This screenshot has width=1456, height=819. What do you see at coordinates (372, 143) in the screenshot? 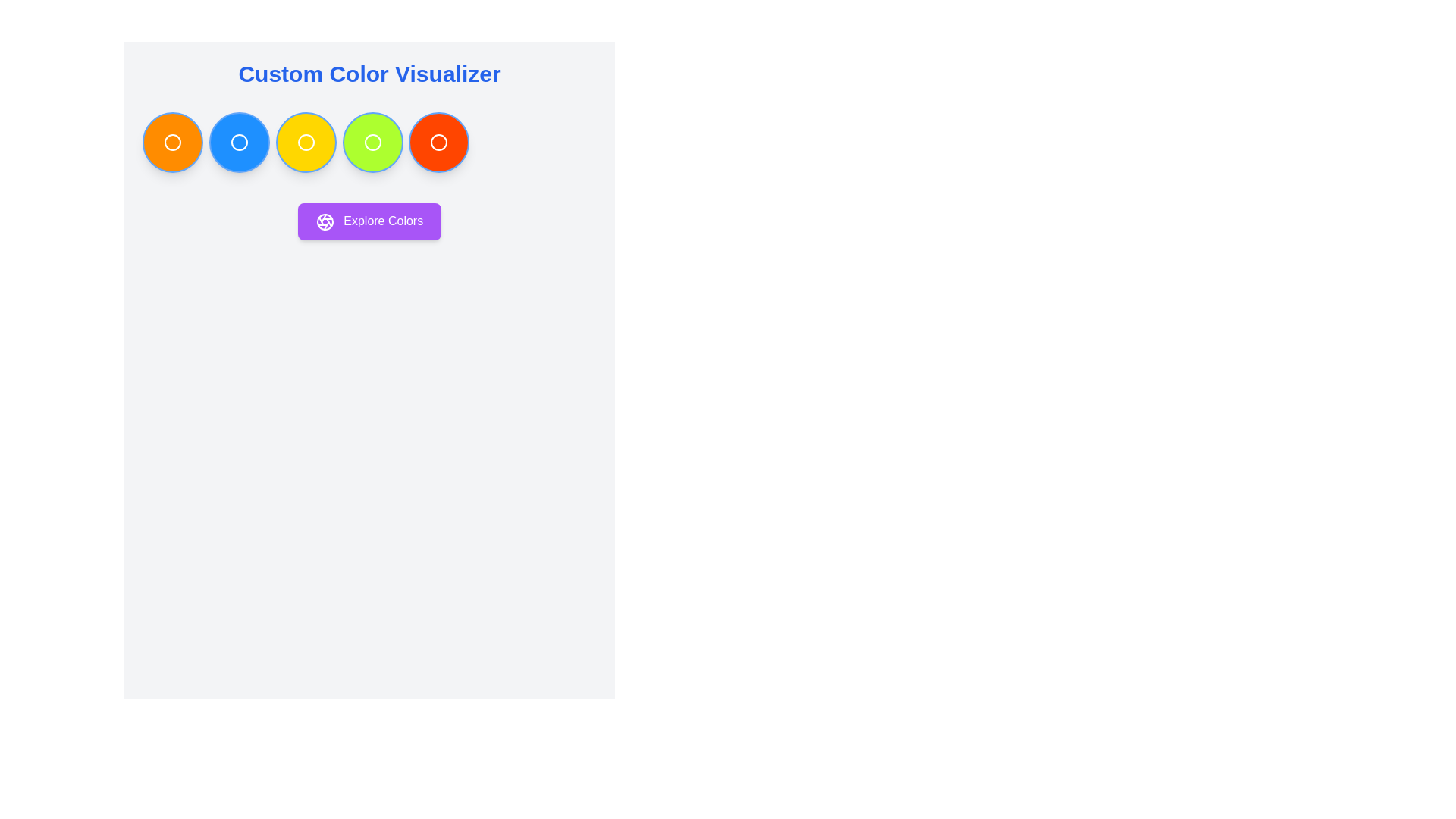
I see `the fourth SVG Circle that represents a selectable color in the Custom Color Visualizer interface` at bounding box center [372, 143].